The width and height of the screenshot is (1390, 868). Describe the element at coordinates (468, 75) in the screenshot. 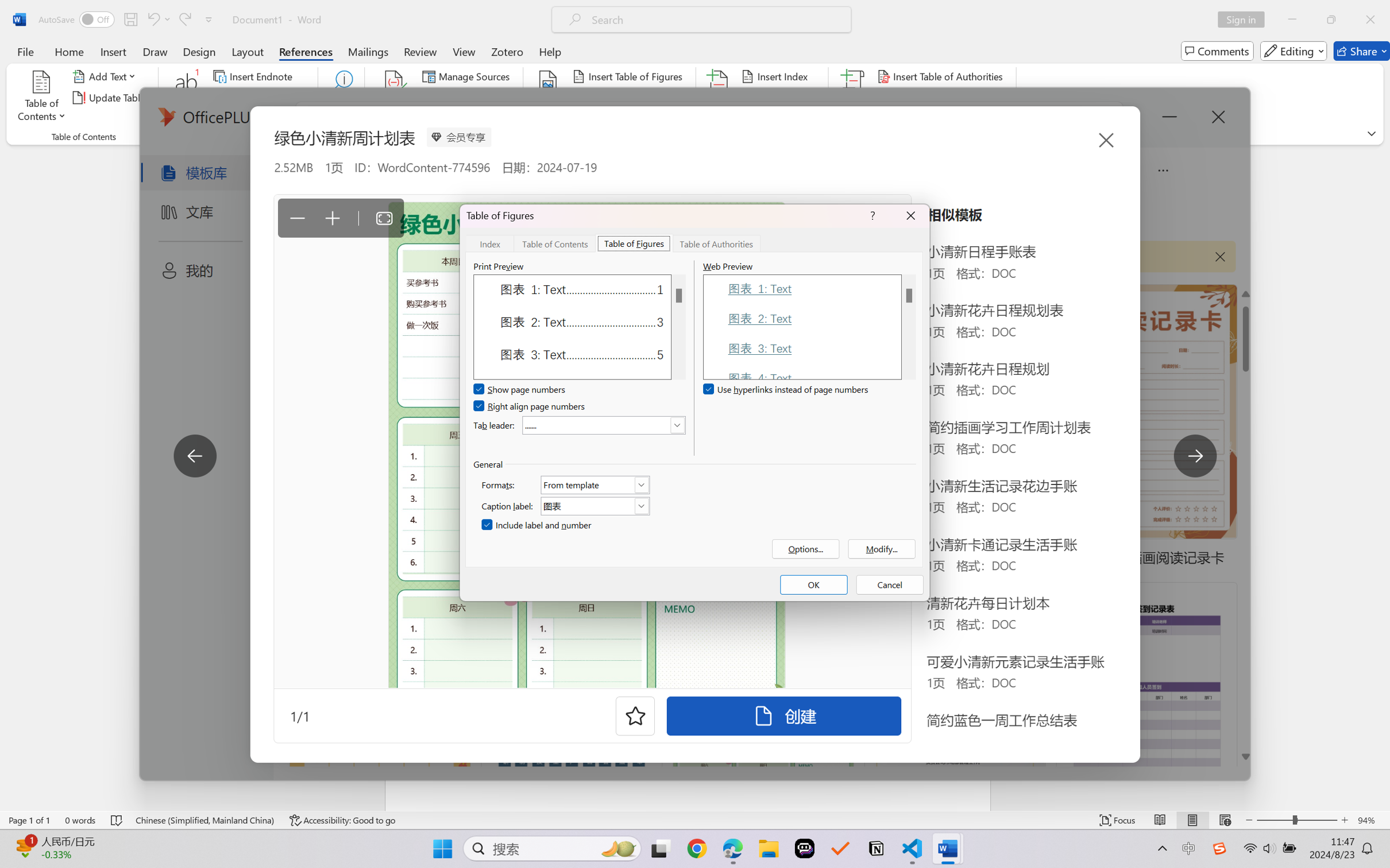

I see `'Manage Sources...'` at that location.